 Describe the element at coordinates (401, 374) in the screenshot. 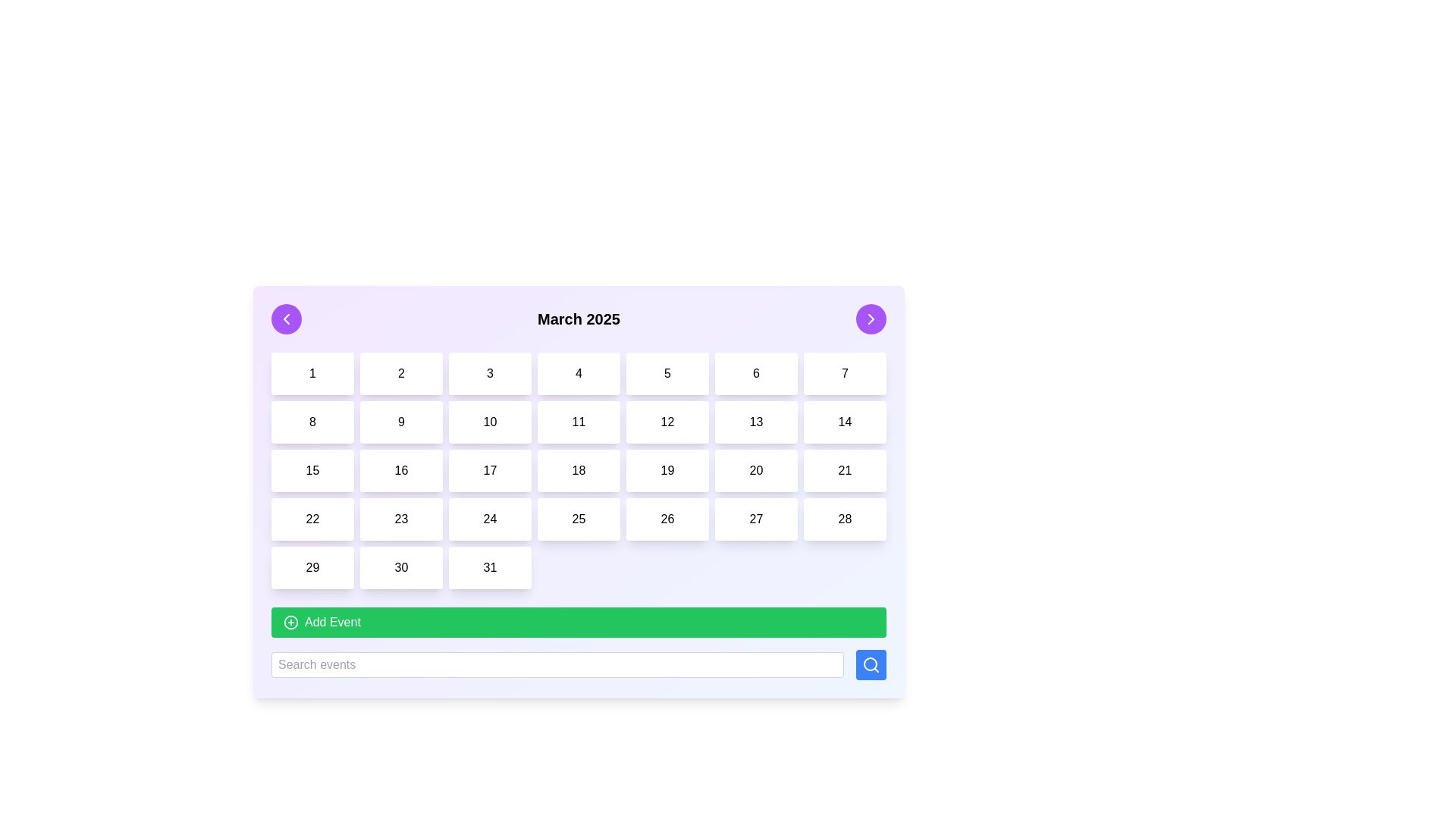

I see `the square button with a white background containing the number '2' in black` at that location.